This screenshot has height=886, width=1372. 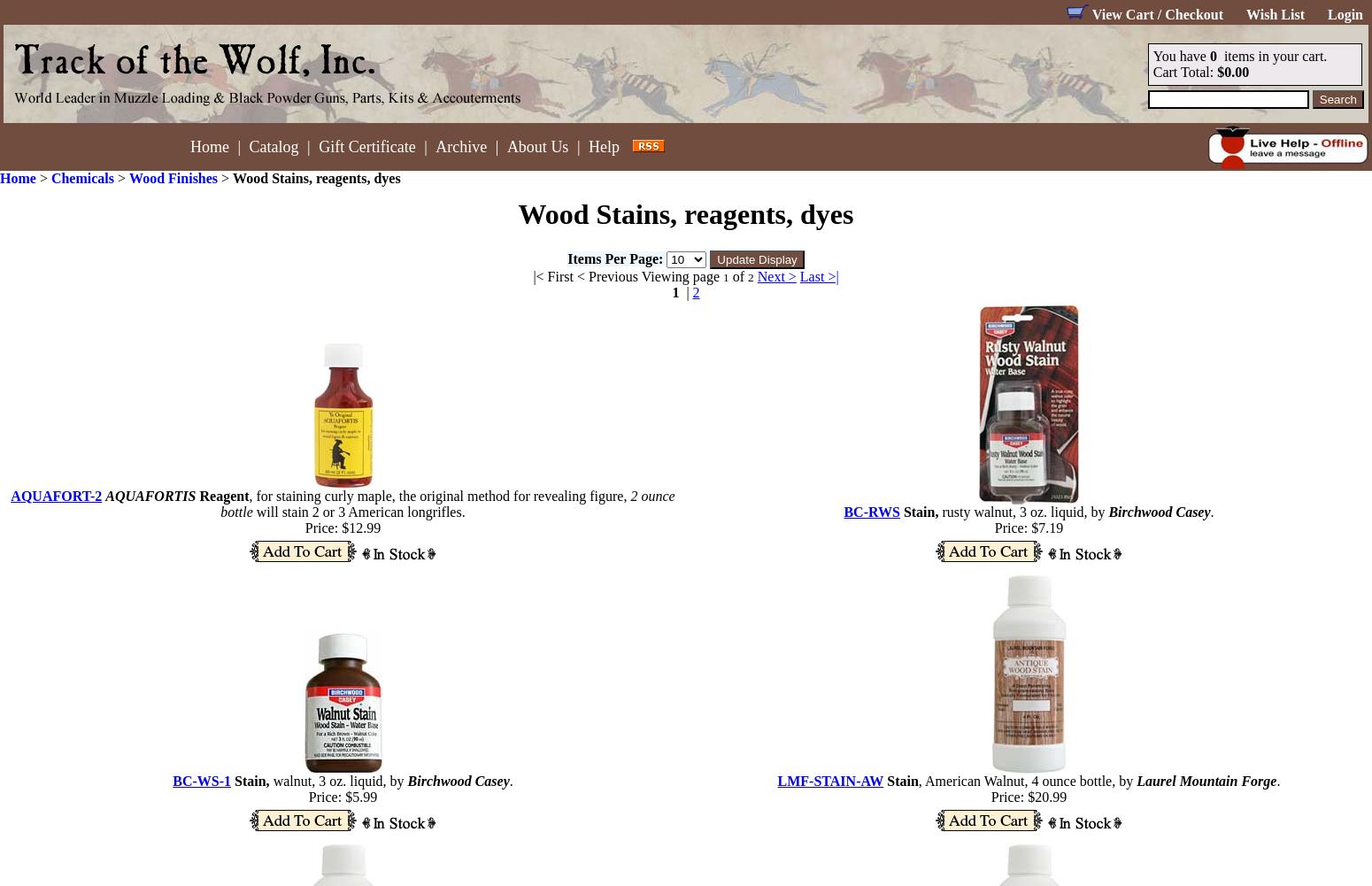 I want to click on 'You have', so click(x=1152, y=56).